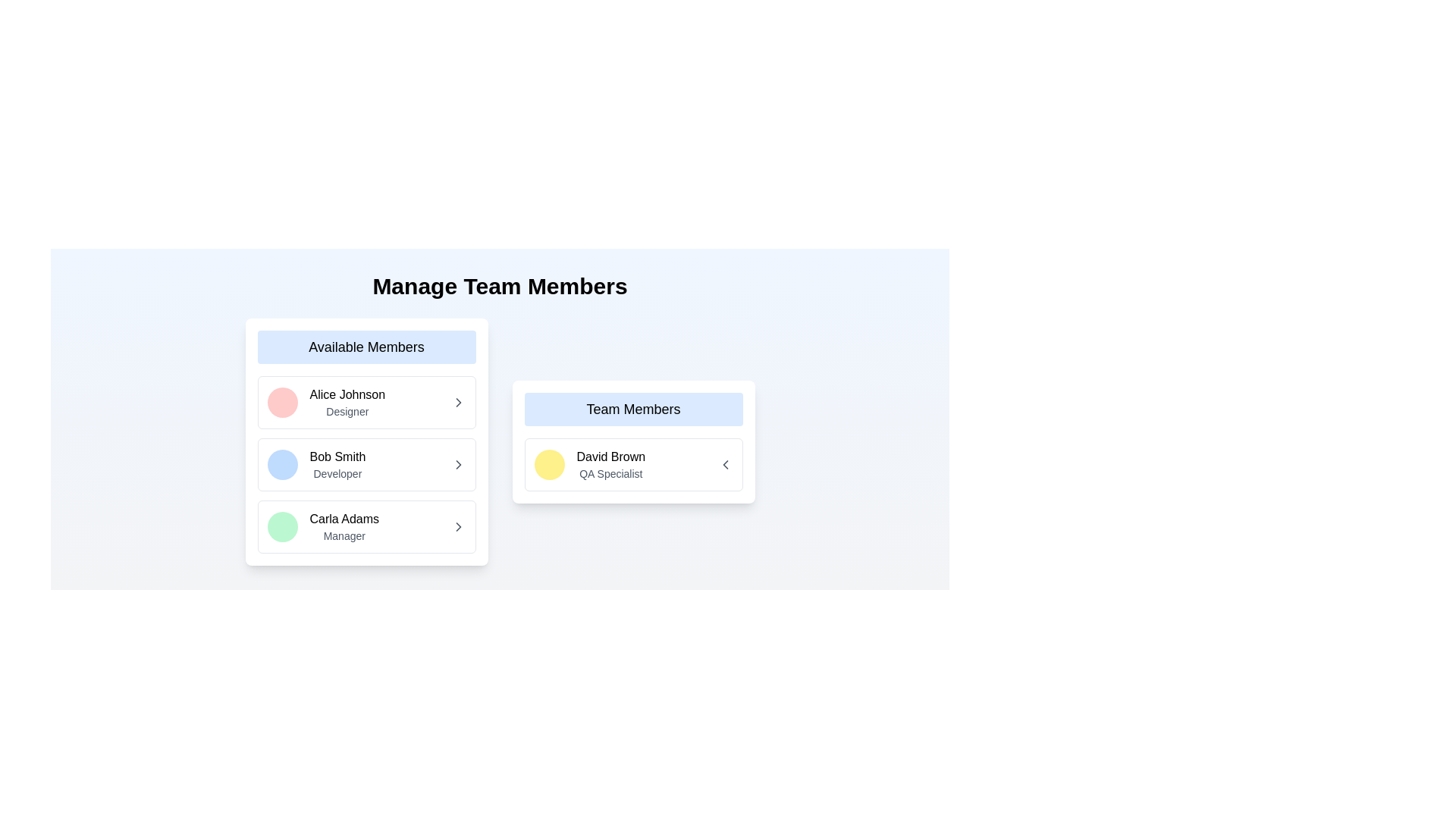 The width and height of the screenshot is (1456, 819). What do you see at coordinates (633, 464) in the screenshot?
I see `the first team member list item in the right-hand panel labeled 'Team Members'` at bounding box center [633, 464].